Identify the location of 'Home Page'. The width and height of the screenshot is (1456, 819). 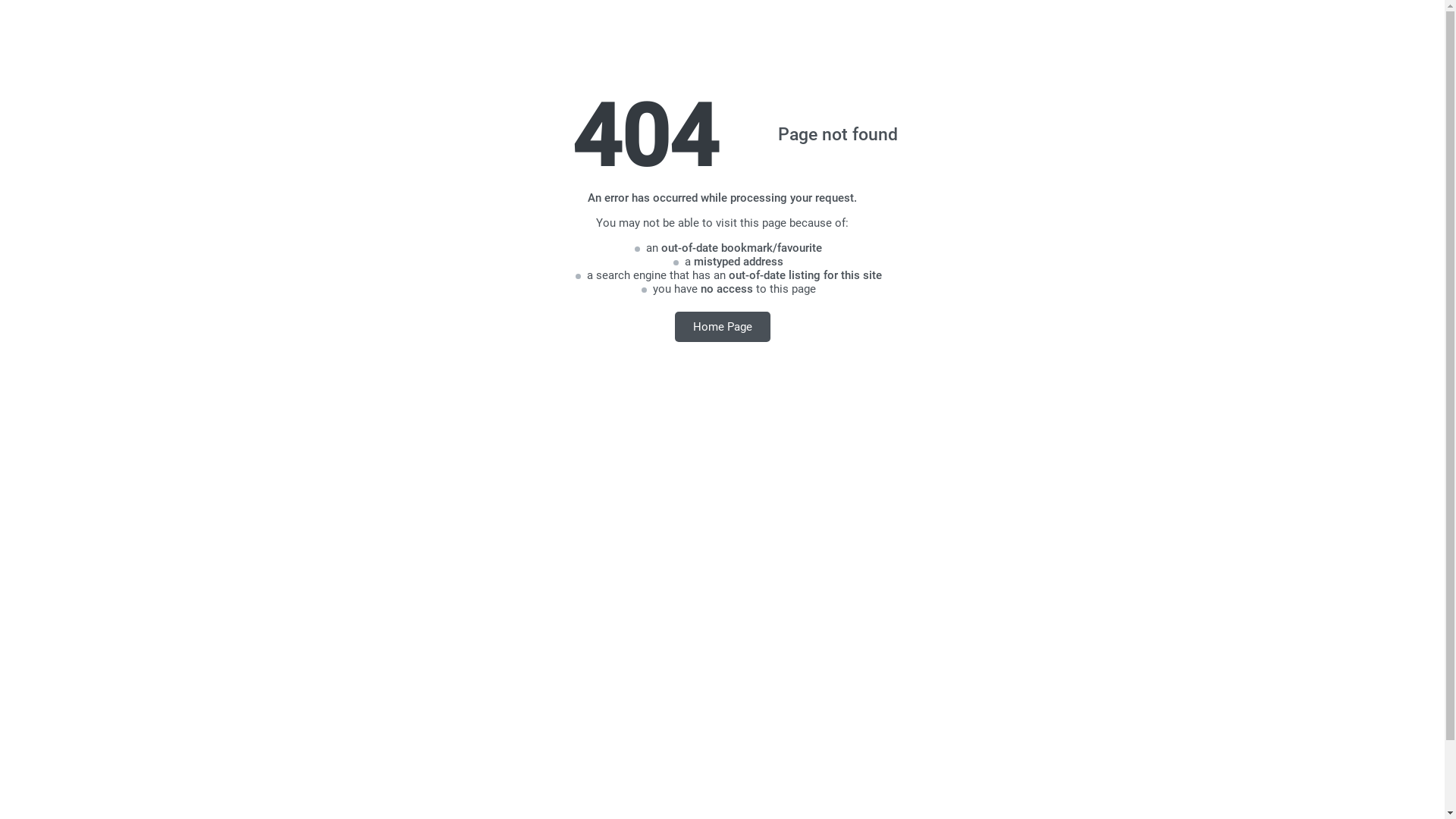
(722, 325).